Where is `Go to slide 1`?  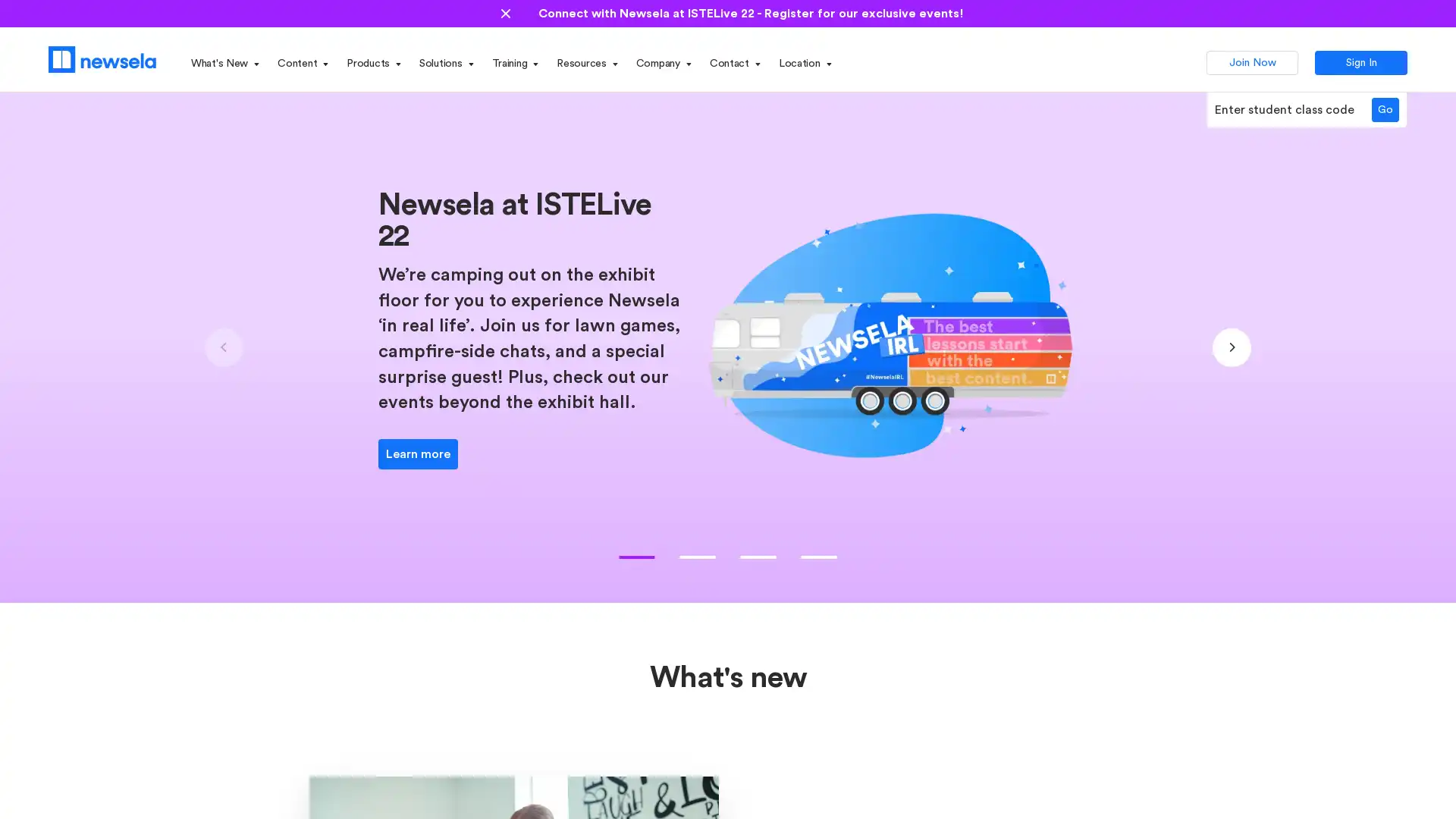 Go to slide 1 is located at coordinates (697, 557).